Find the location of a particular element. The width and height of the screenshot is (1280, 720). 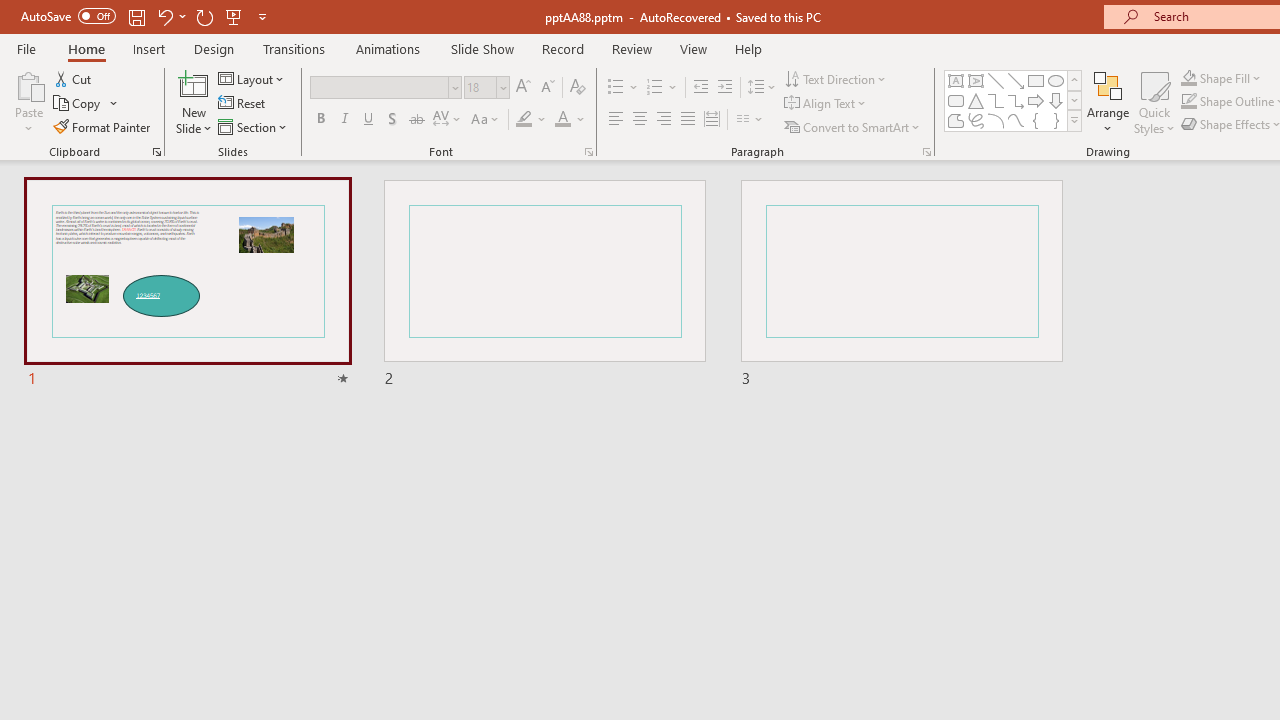

'Increase Indent' is located at coordinates (724, 86).